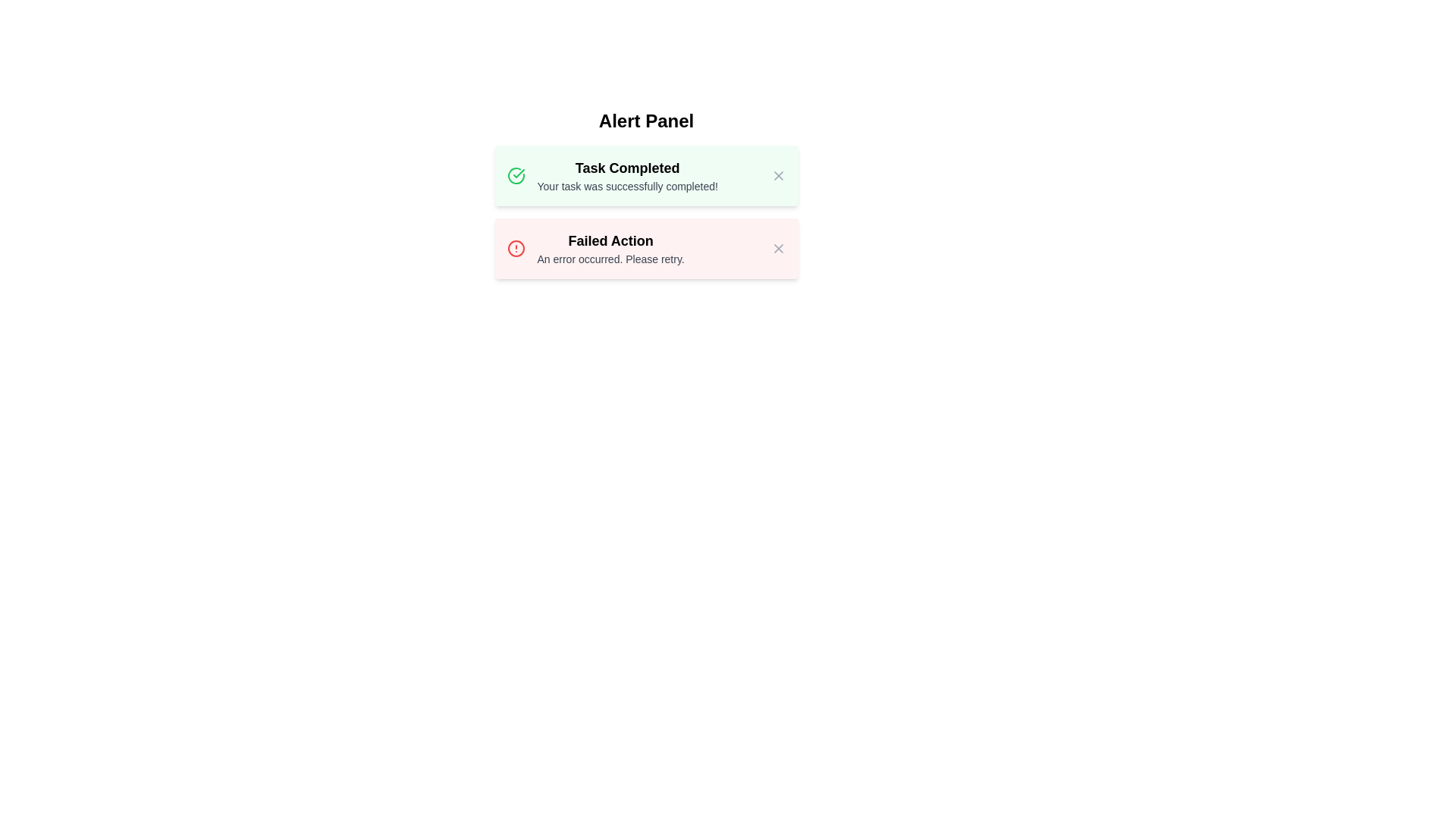 This screenshot has height=819, width=1456. Describe the element at coordinates (610, 240) in the screenshot. I see `the Text Label in the alert box that conveys the title of the error notification, which is positioned at the top of the alert box with a red background` at that location.